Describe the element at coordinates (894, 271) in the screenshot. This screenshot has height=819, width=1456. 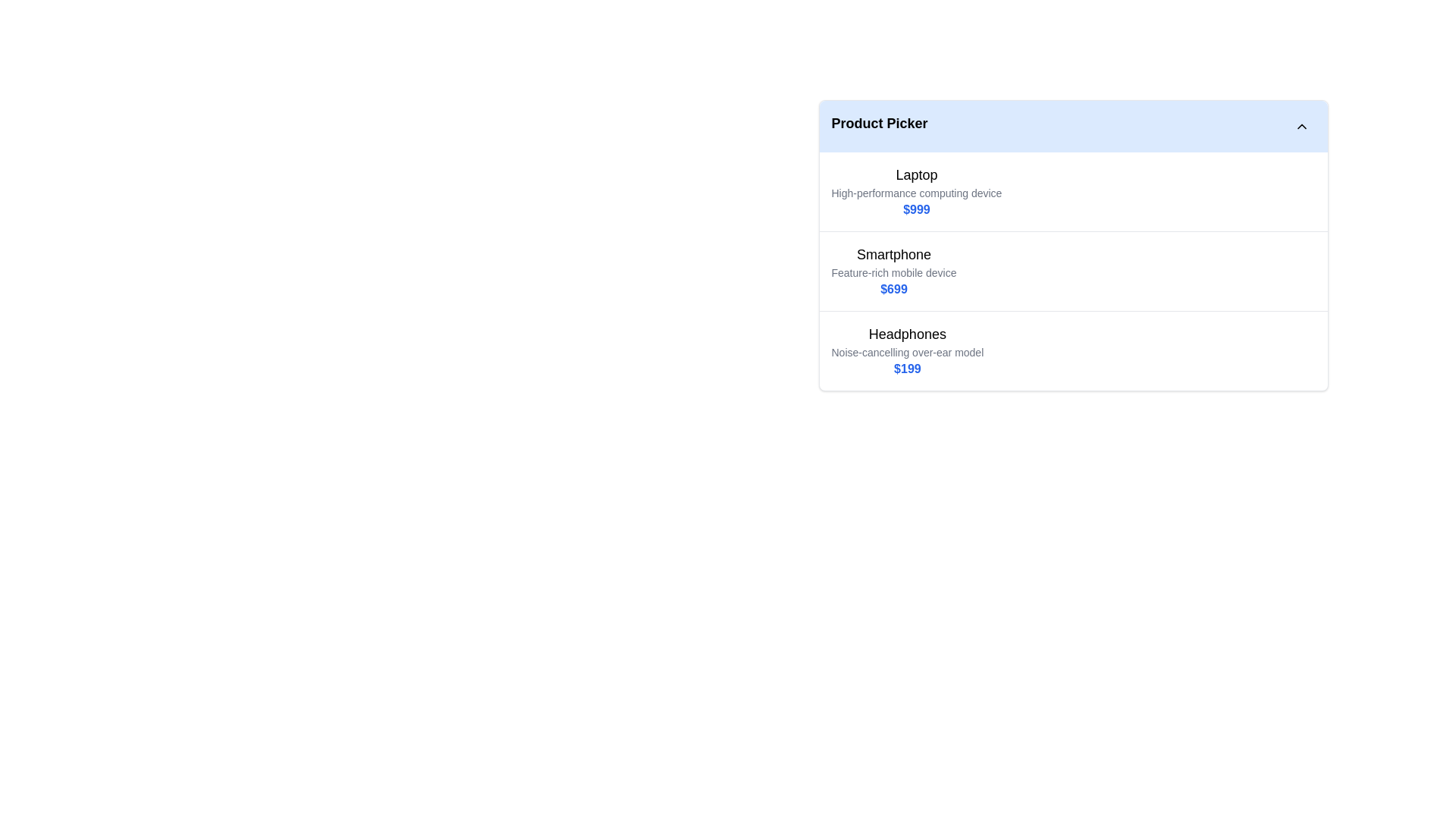
I see `the text 'Feature-rich mobile device' for copying, which is a smaller gray subtitle text located below the 'Smartphone' heading` at that location.